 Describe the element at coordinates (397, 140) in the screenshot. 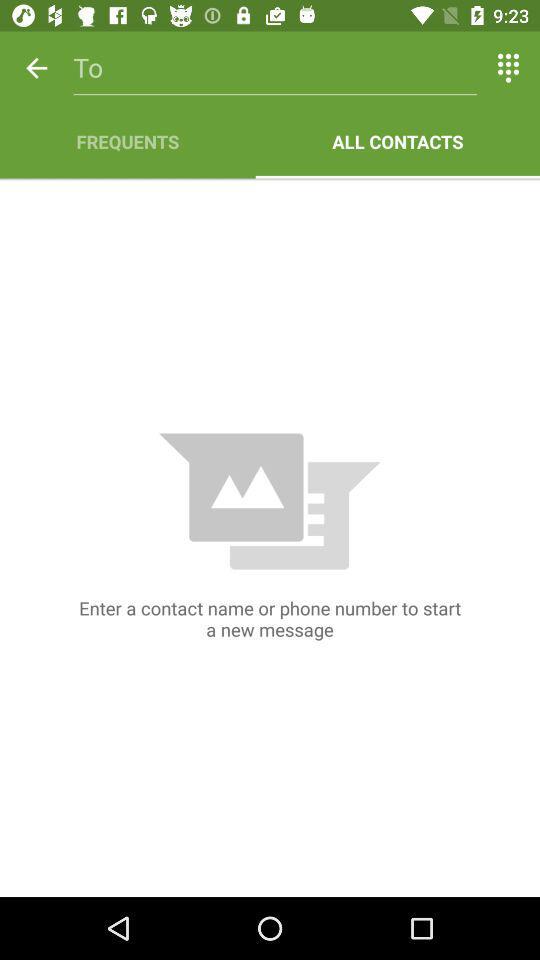

I see `icon to the right of the frequents` at that location.